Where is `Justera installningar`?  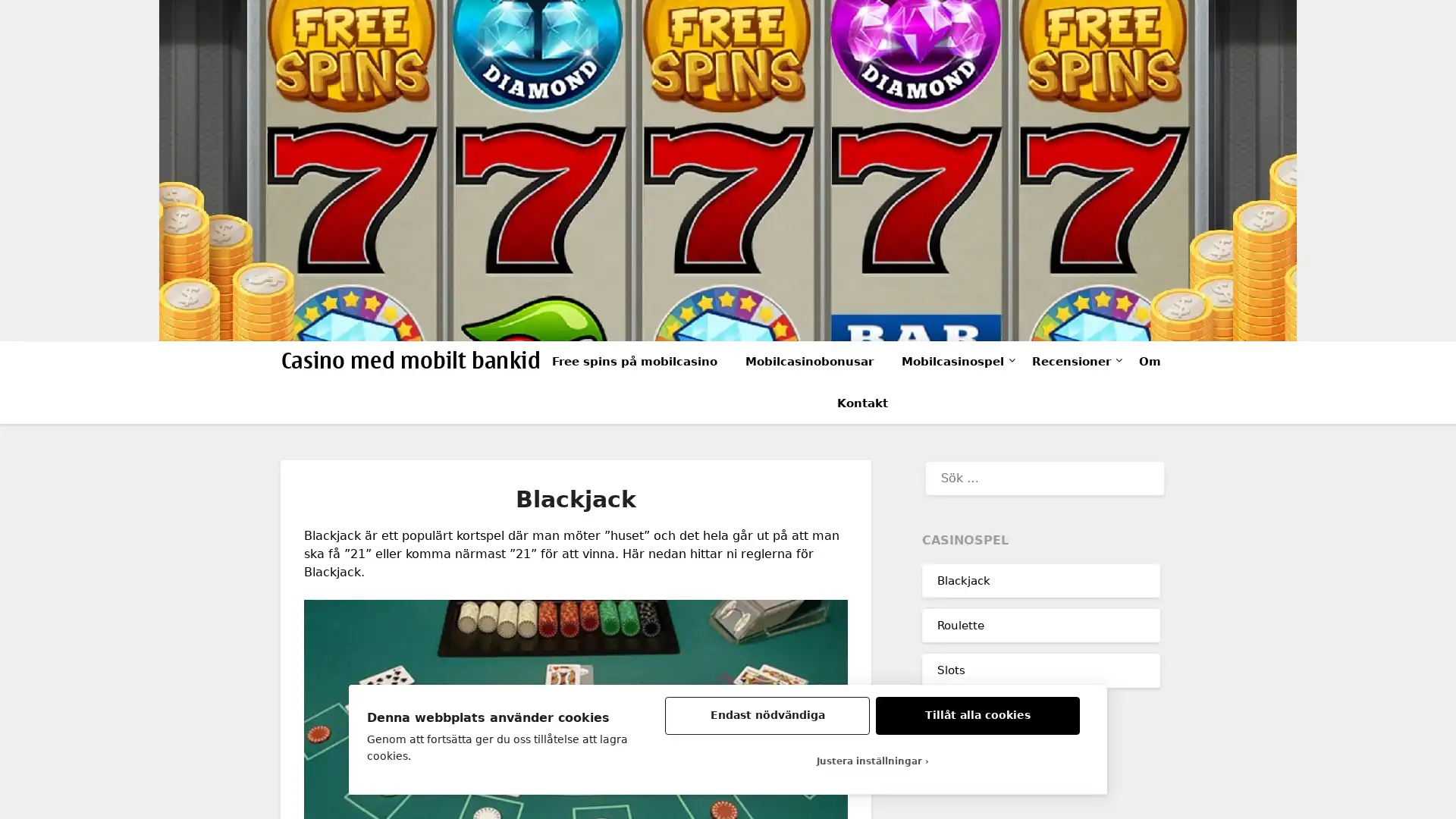 Justera installningar is located at coordinates (872, 761).